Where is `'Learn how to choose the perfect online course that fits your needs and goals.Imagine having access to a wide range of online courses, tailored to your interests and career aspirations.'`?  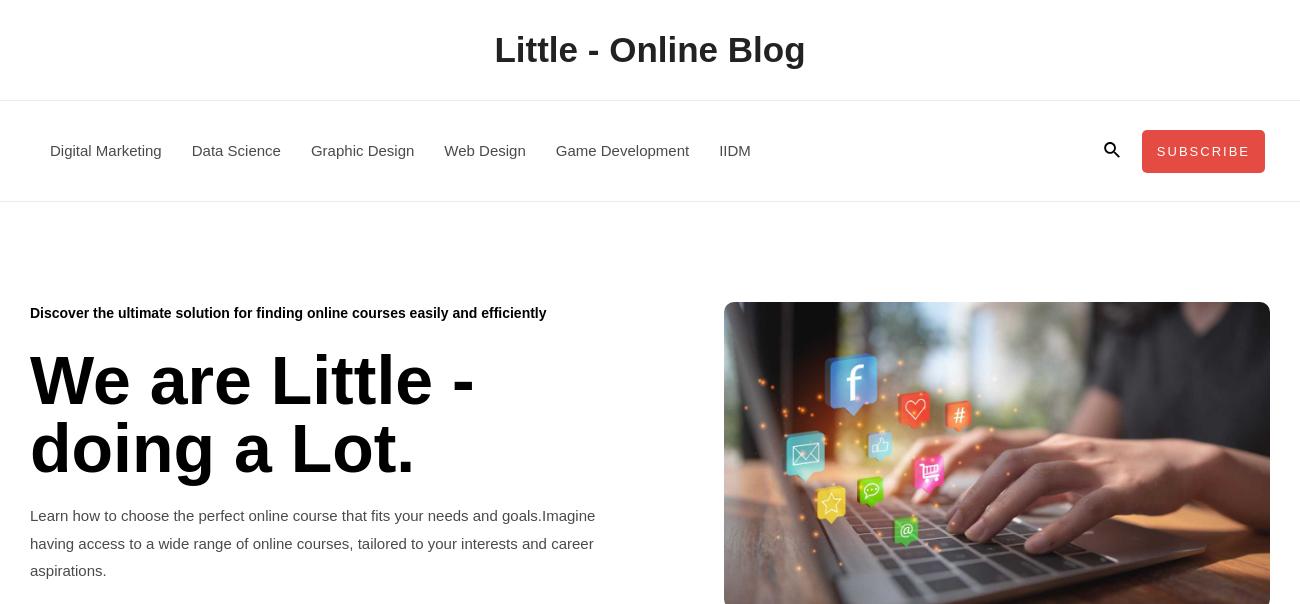 'Learn how to choose the perfect online course that fits your needs and goals.Imagine having access to a wide range of online courses, tailored to your interests and career aspirations.' is located at coordinates (312, 541).